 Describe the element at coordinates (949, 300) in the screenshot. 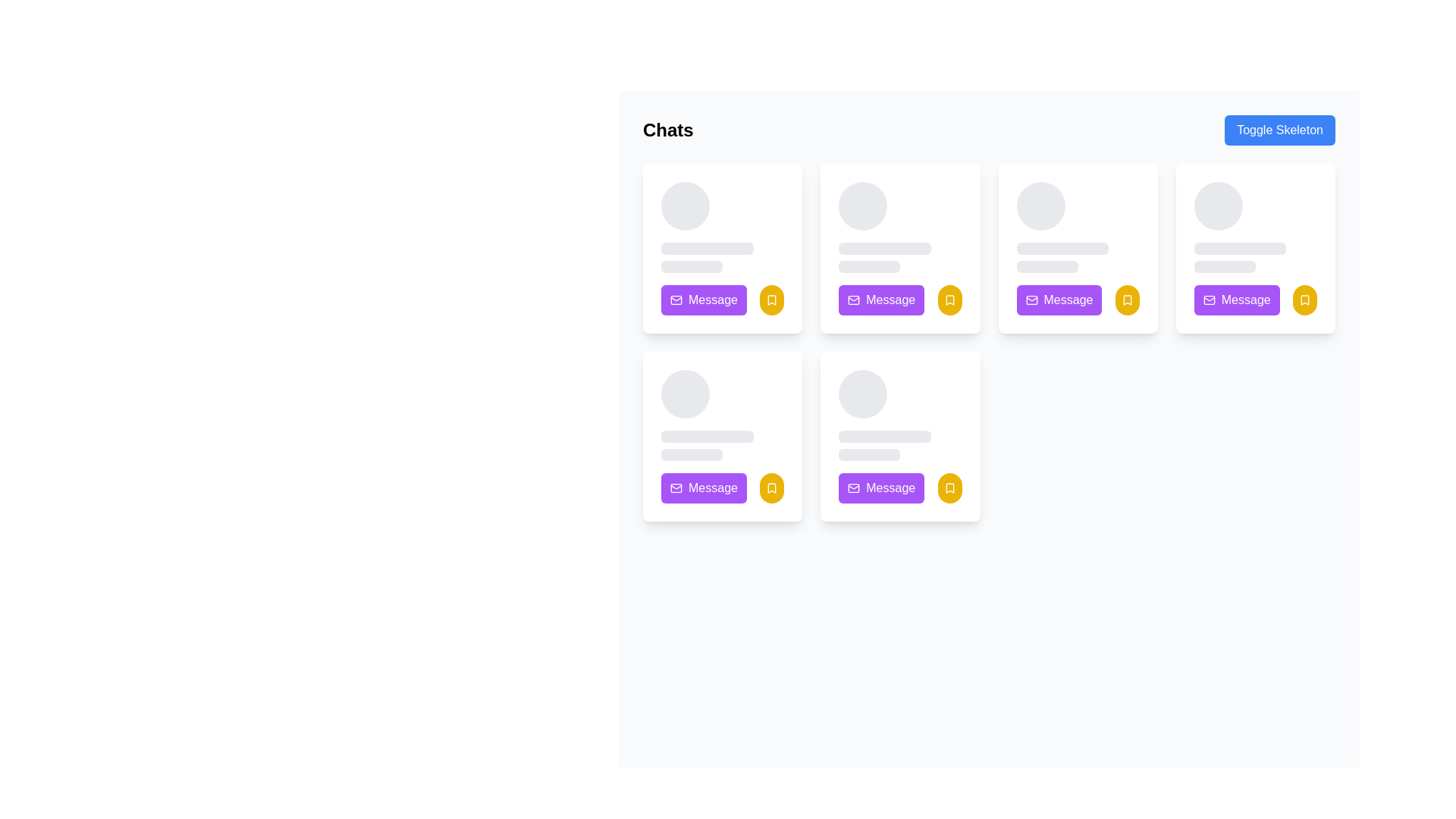

I see `the yellow bookmark-like icon located at the bottom right of the third card in the top row of the grid to bookmark the card` at that location.